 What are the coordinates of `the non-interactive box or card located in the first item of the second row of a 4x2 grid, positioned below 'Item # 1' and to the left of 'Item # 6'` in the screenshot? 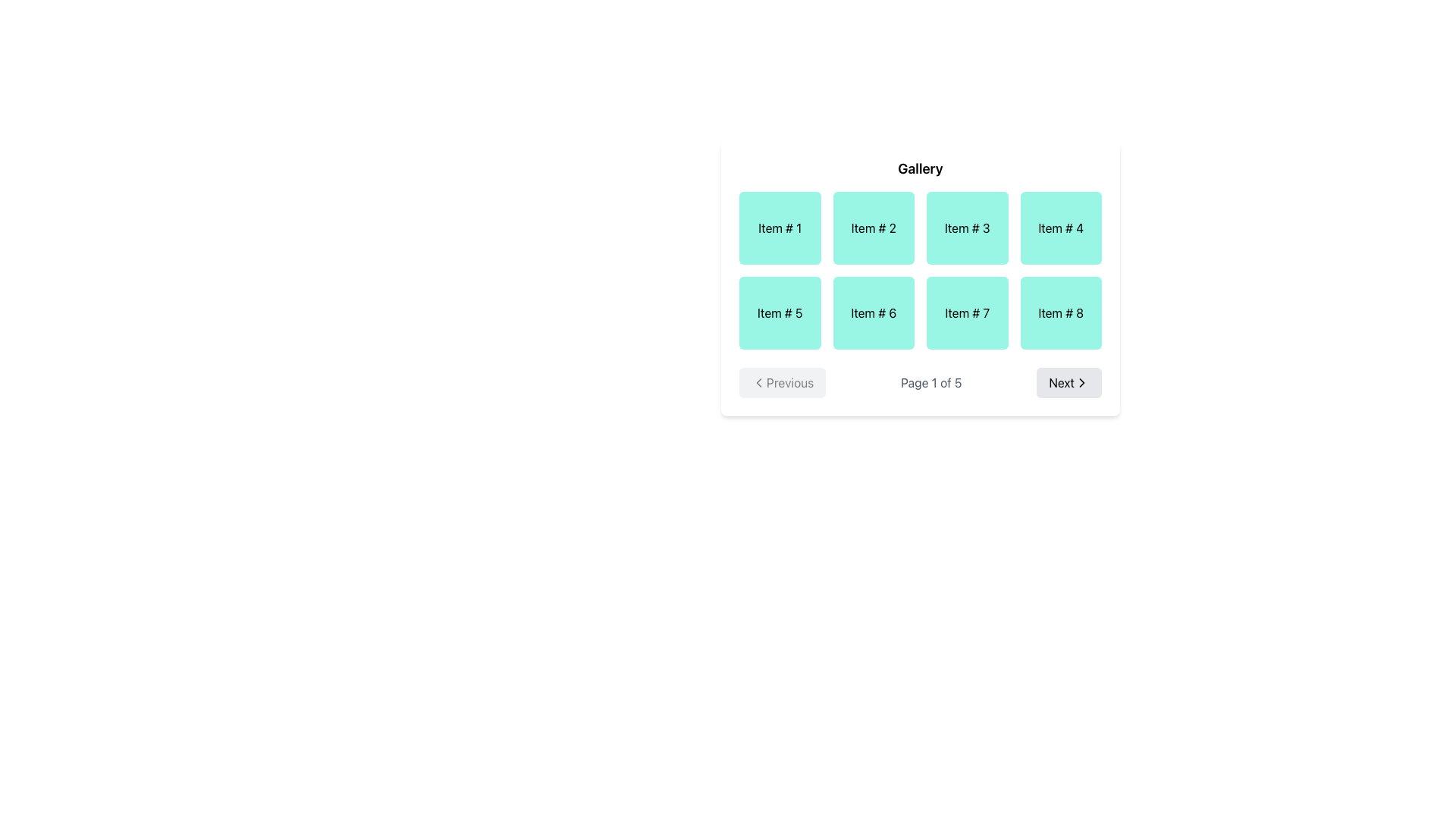 It's located at (780, 312).